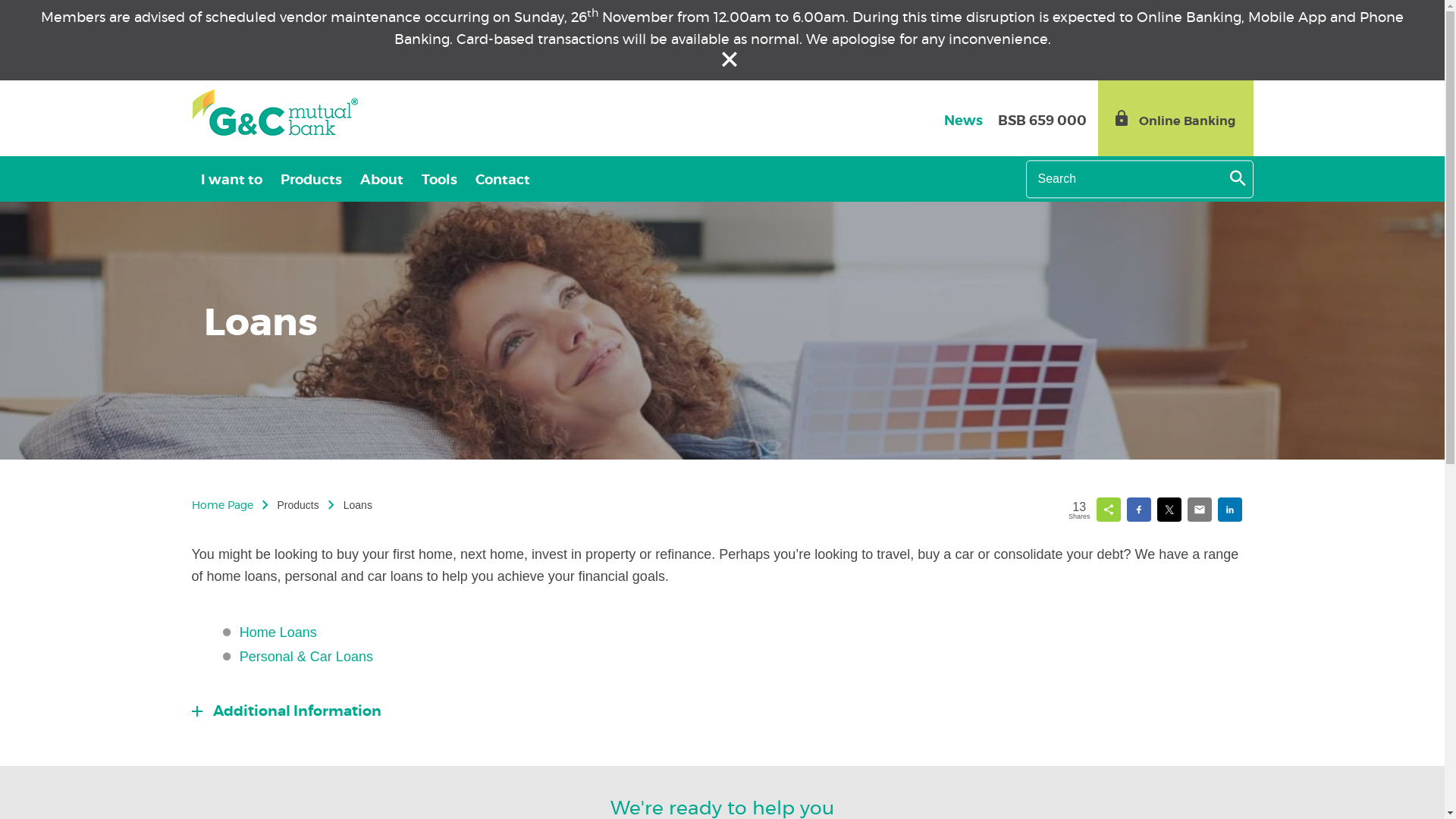 This screenshot has height=819, width=1456. What do you see at coordinates (1175, 117) in the screenshot?
I see `'Online Banking'` at bounding box center [1175, 117].